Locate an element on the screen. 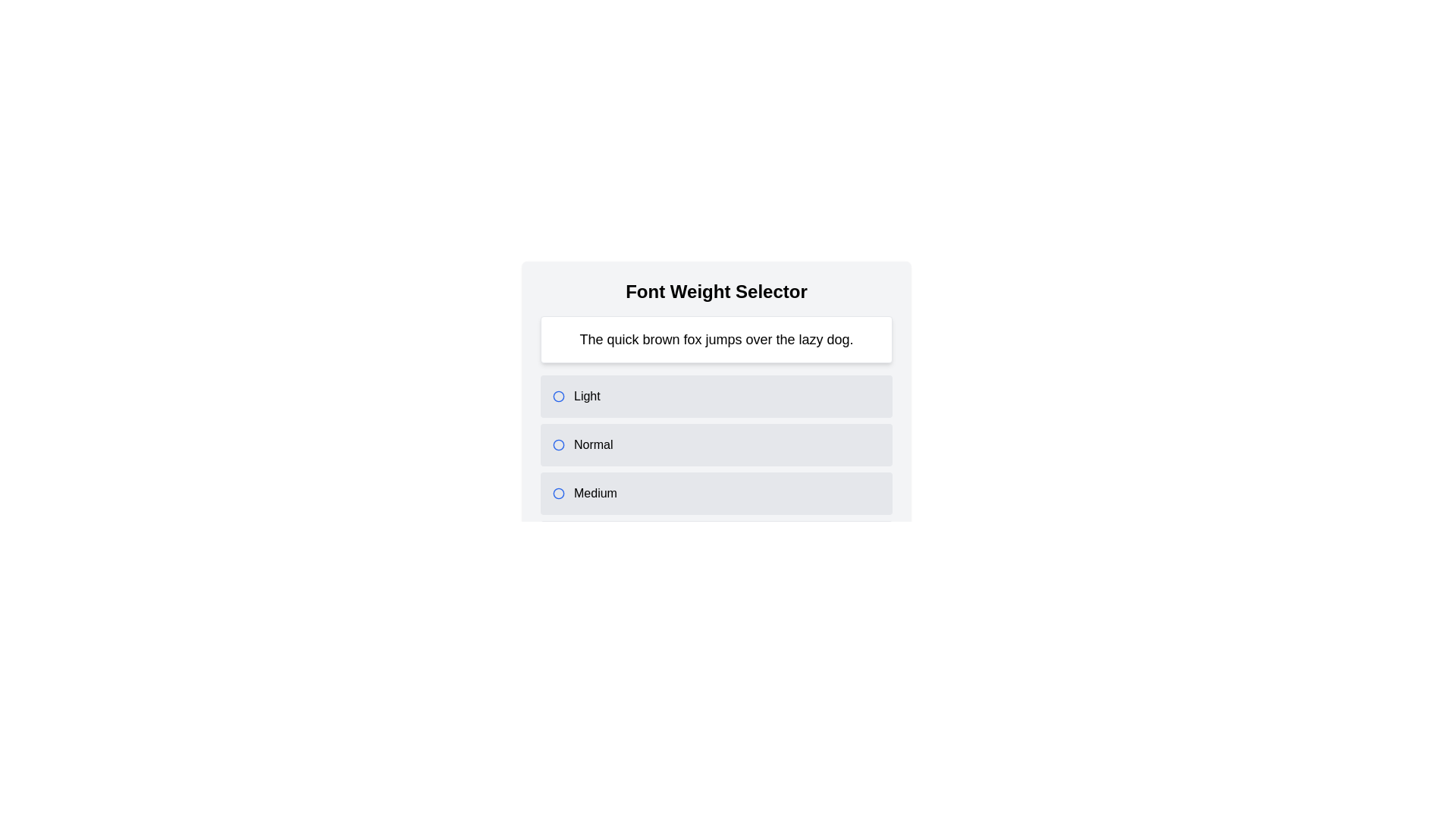 Image resolution: width=1456 pixels, height=819 pixels. the first selectable list item for the 'Light' font weight option, which is a radio button in a vertical list is located at coordinates (716, 396).